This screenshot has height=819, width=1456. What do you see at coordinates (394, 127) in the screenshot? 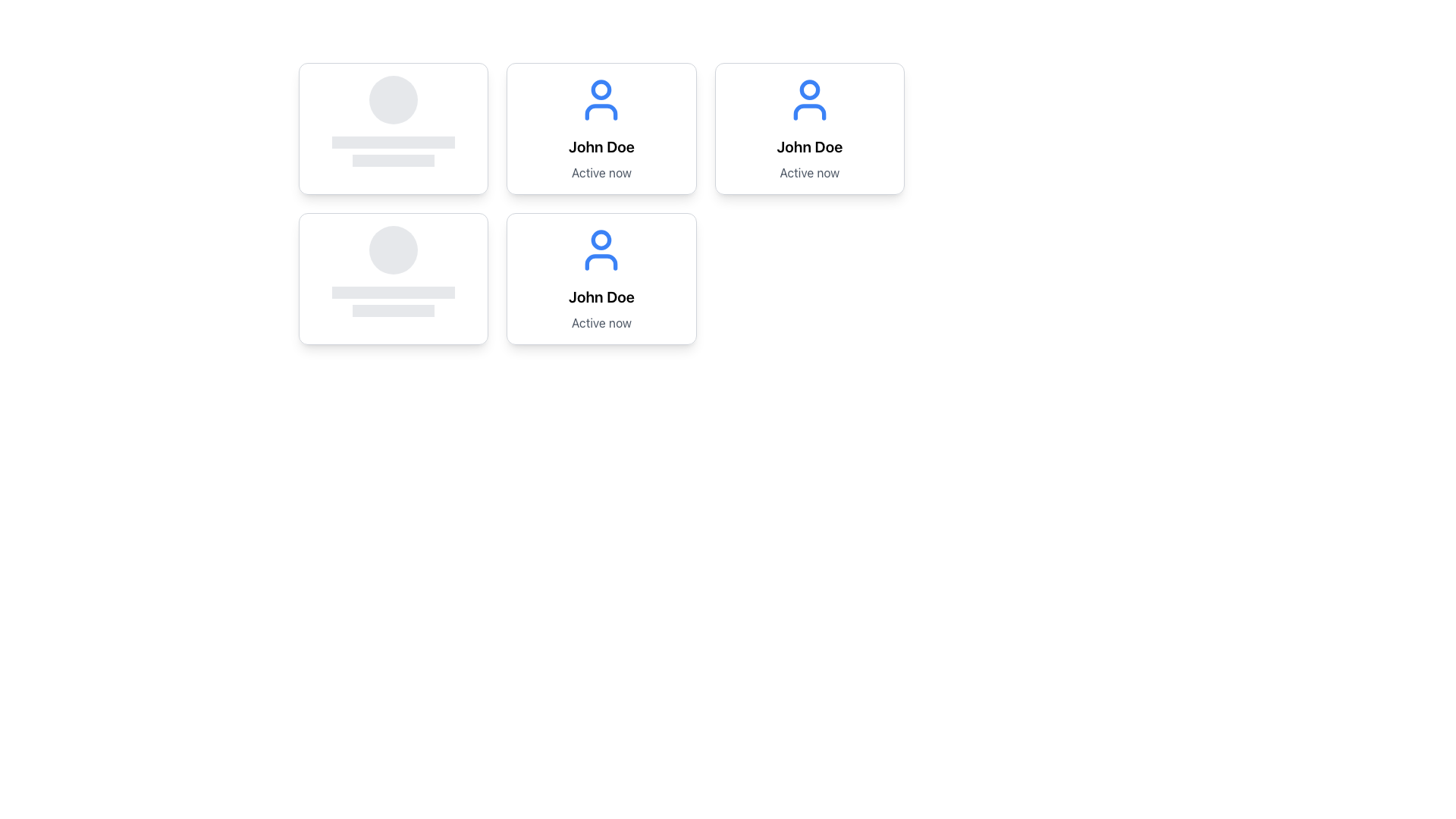
I see `the first user card in the top-left corner of the grid layout, which serves as a decorative placeholder` at bounding box center [394, 127].